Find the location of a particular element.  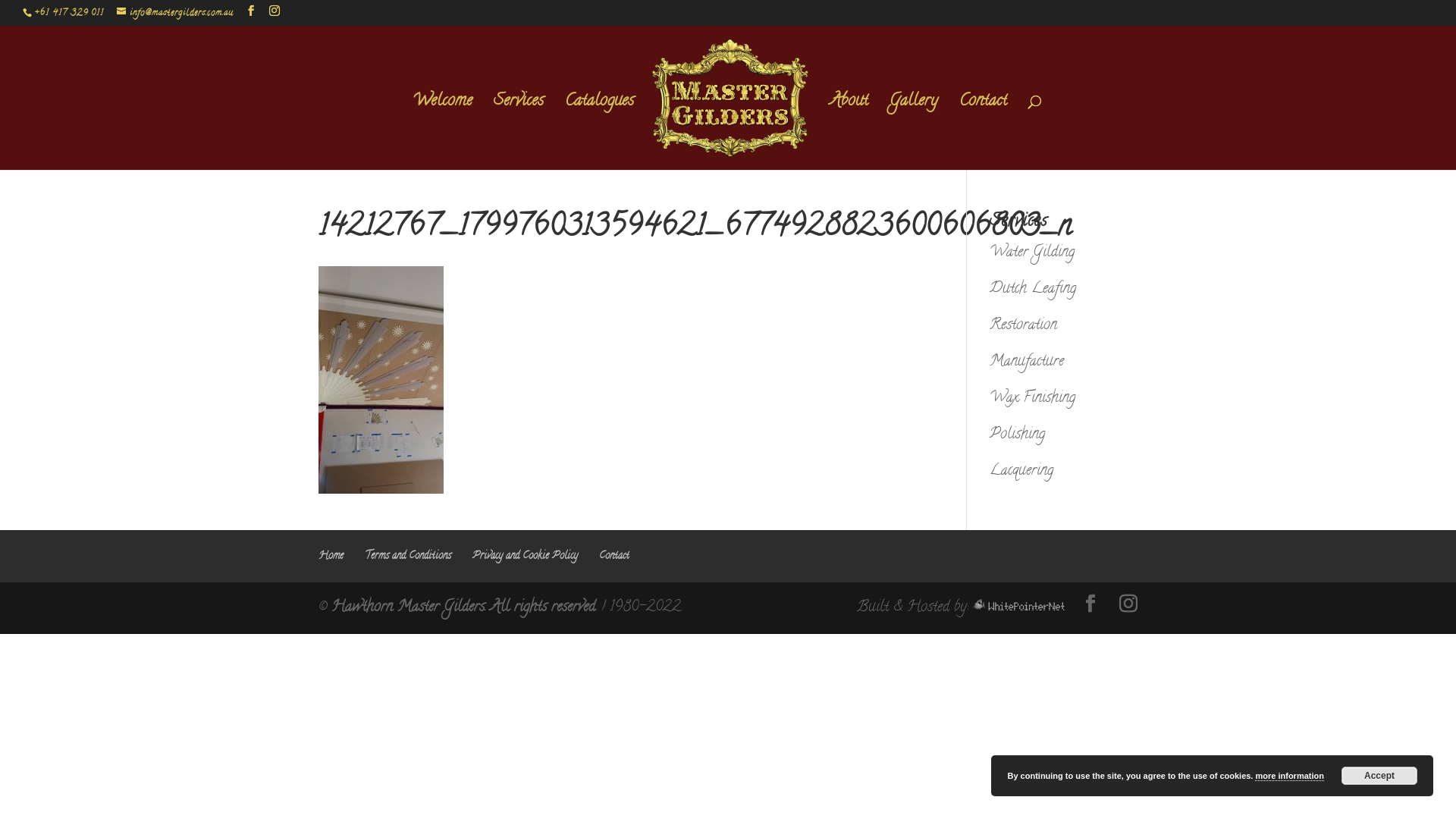

'Contact' is located at coordinates (614, 556).